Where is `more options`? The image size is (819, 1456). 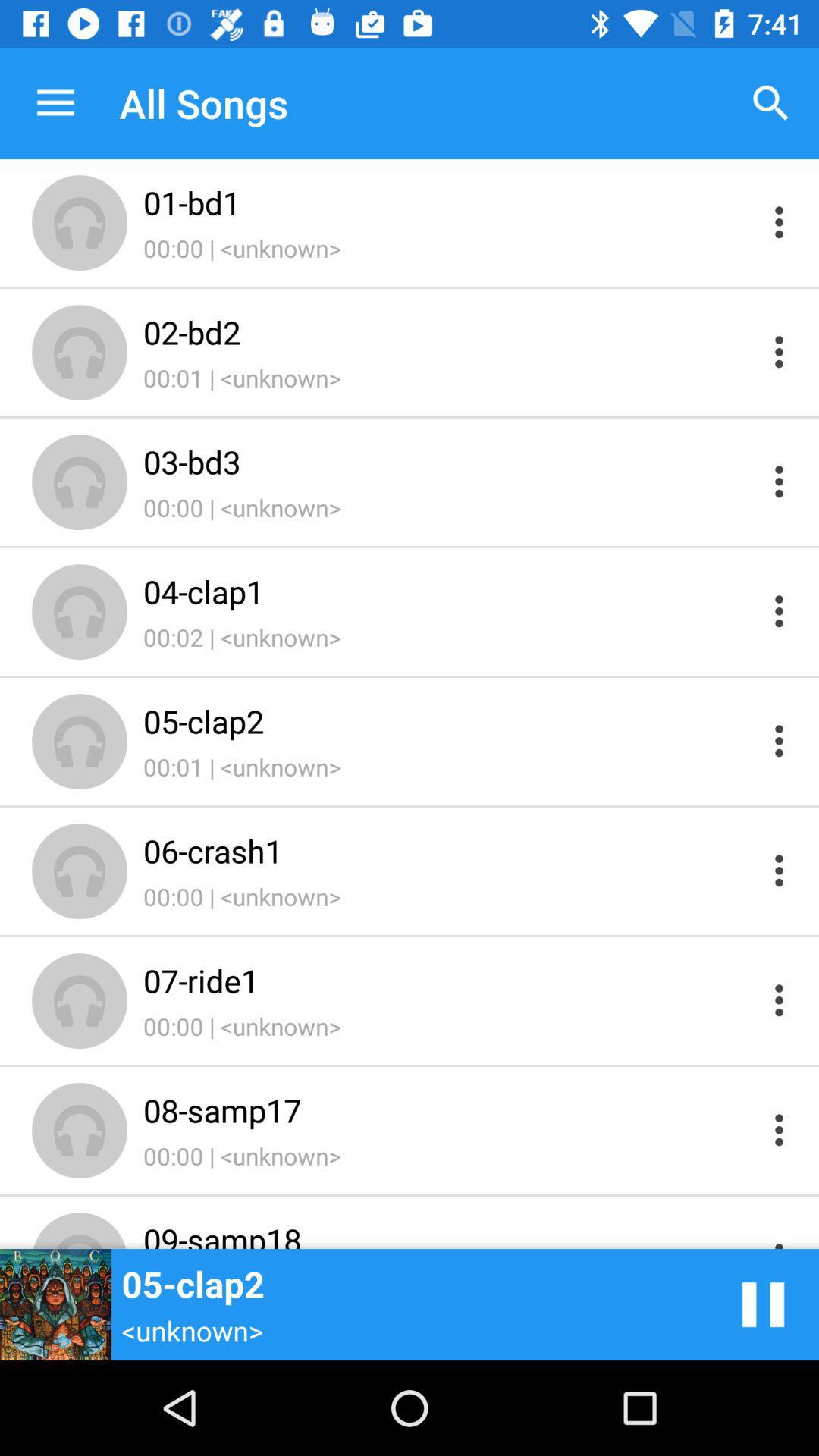 more options is located at coordinates (779, 1000).